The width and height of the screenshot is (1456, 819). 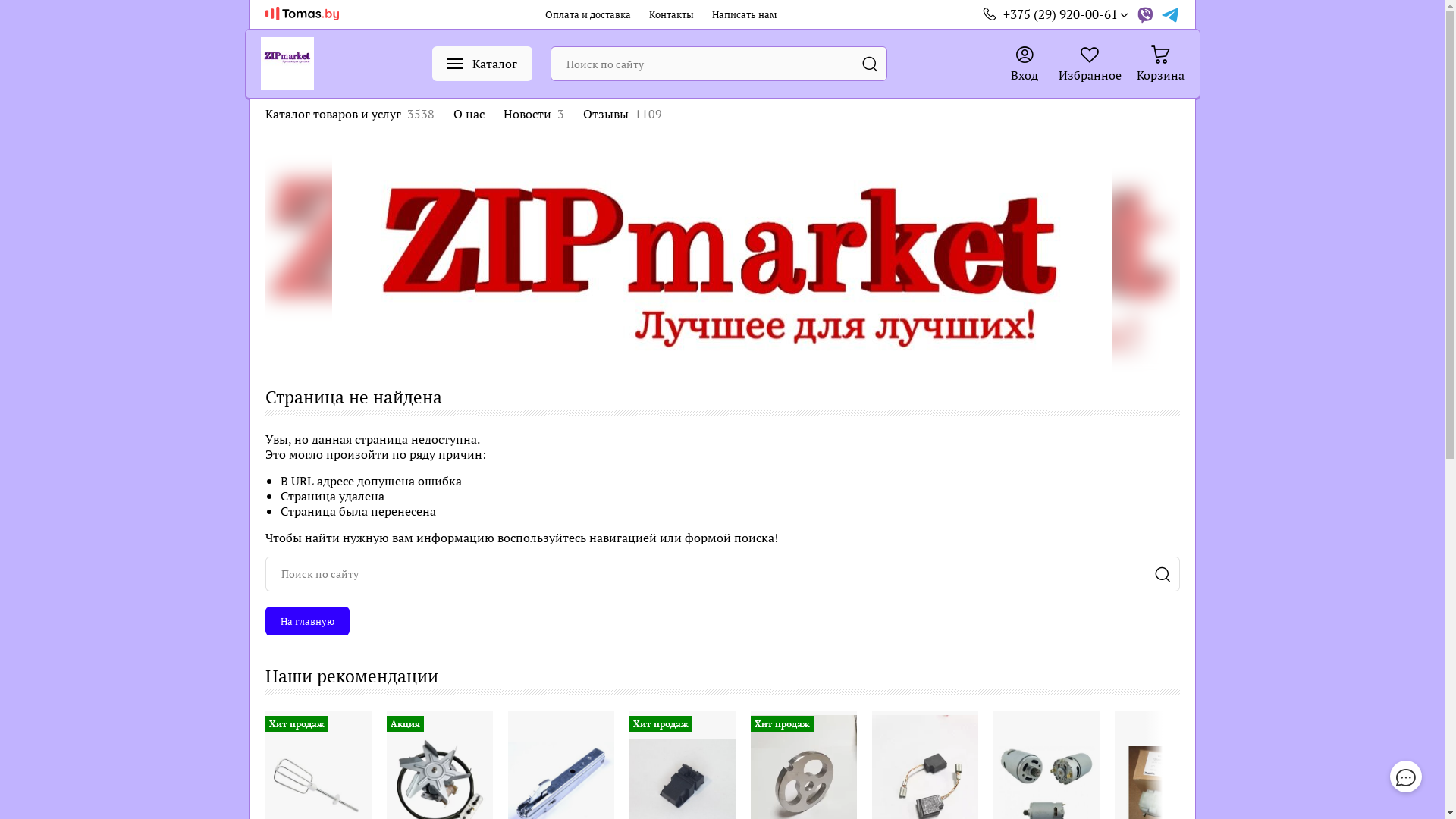 I want to click on 'Telegram', so click(x=1160, y=14).